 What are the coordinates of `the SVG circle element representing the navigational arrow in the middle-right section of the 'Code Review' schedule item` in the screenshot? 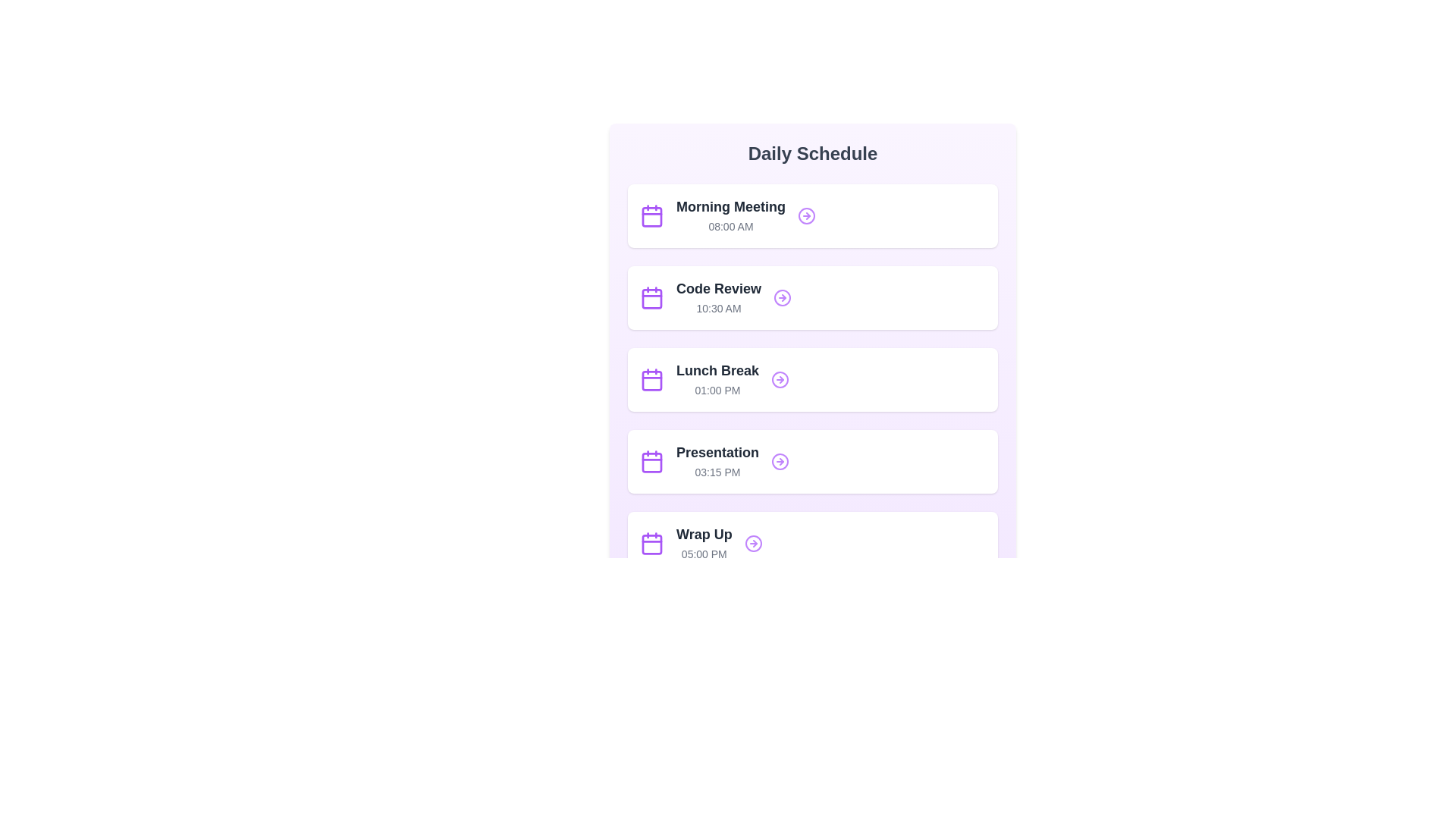 It's located at (783, 298).